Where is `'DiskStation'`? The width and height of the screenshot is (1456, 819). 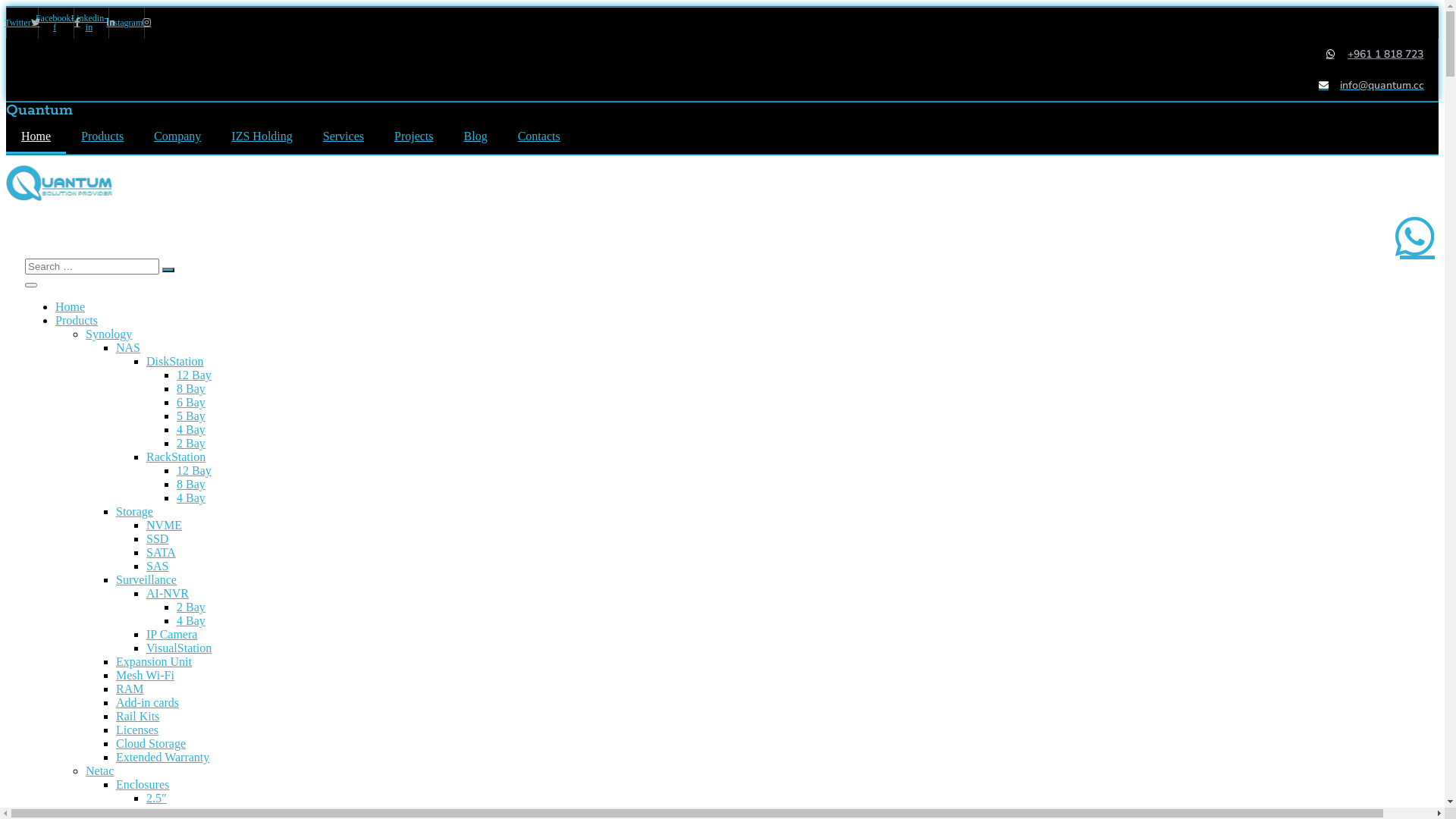 'DiskStation' is located at coordinates (174, 361).